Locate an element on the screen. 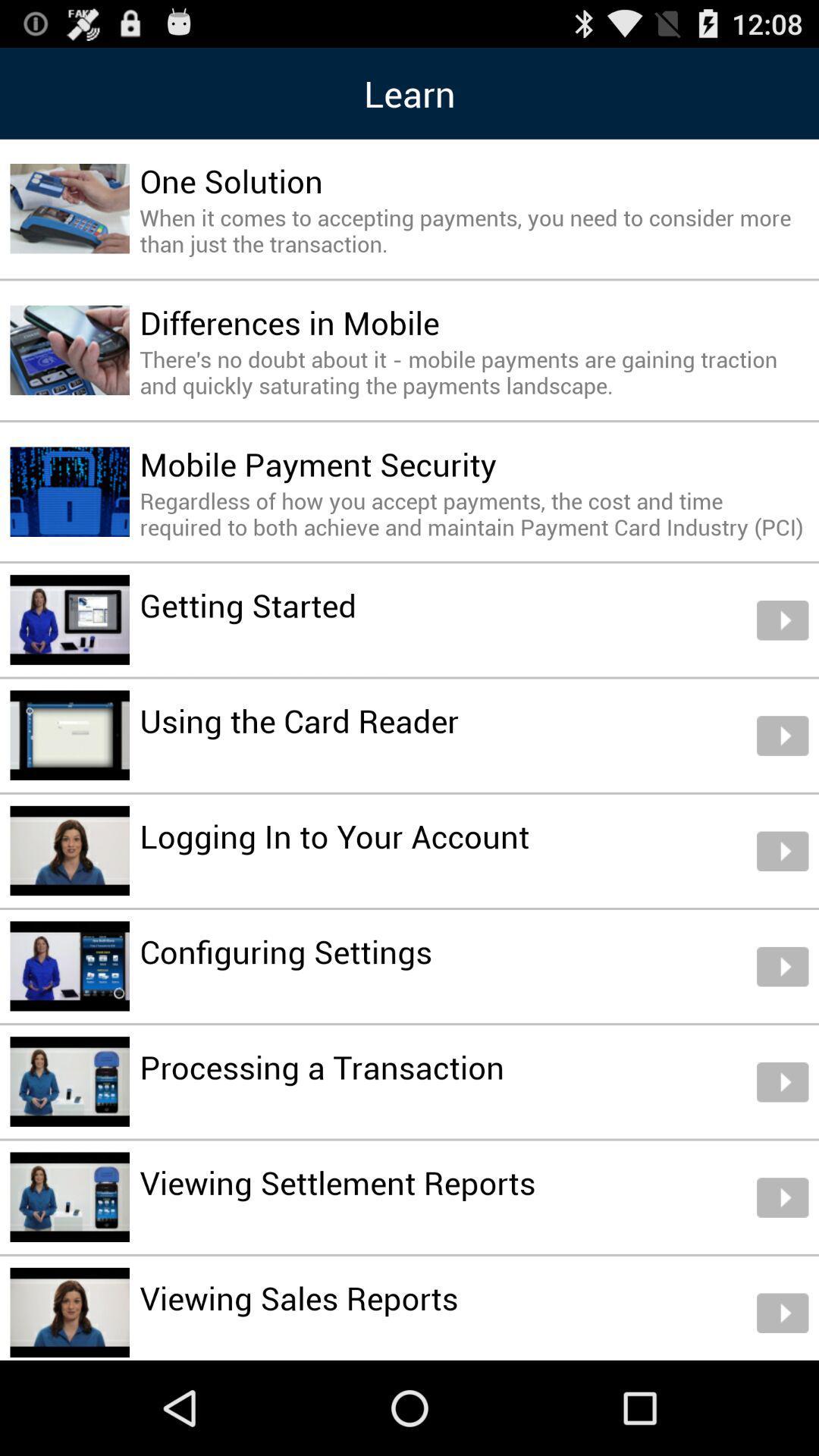 This screenshot has height=1456, width=819. the differences in mobile is located at coordinates (290, 322).